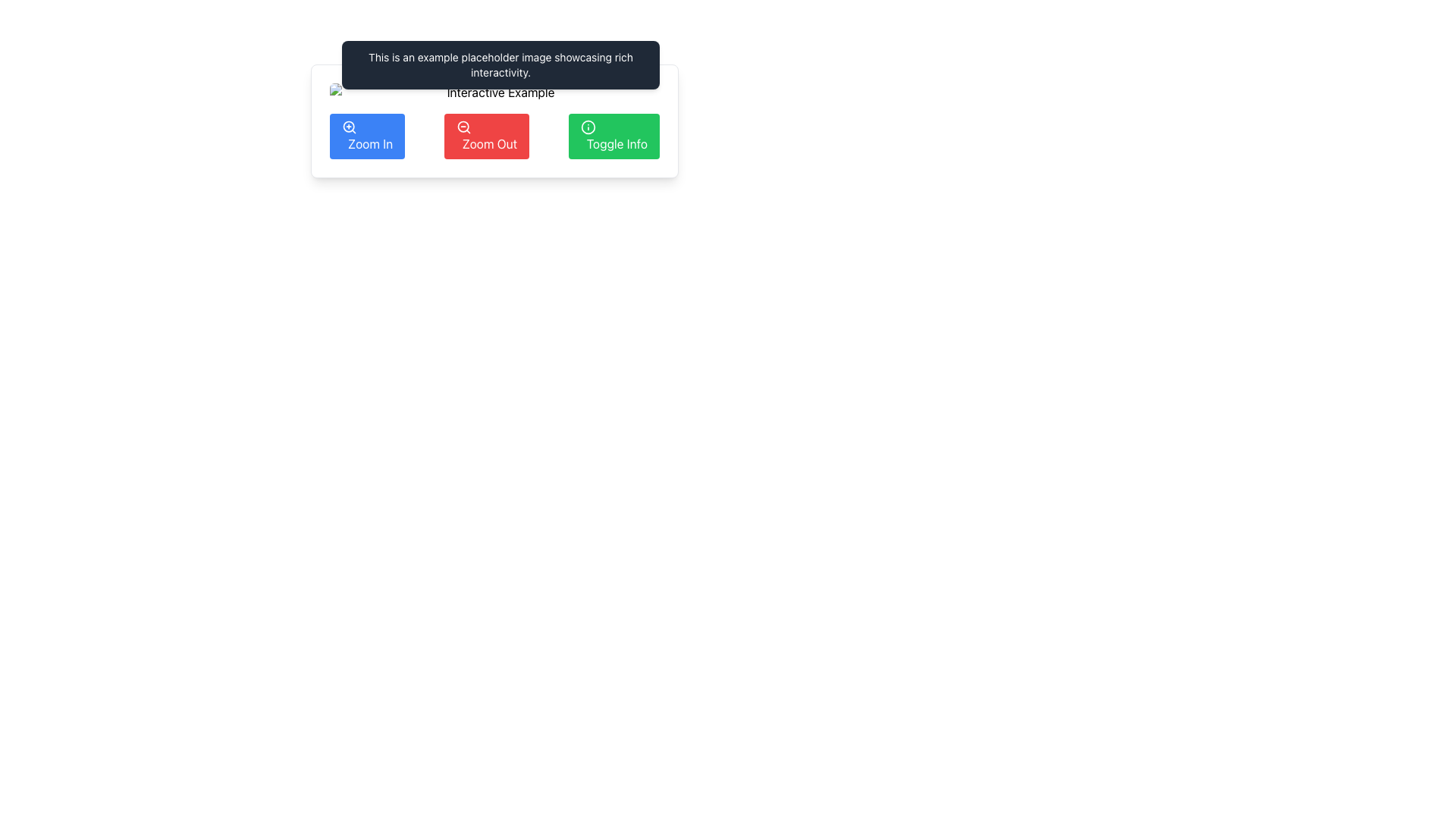  I want to click on the blue 'Zoom In' button with a magnifying glass icon, so click(367, 136).